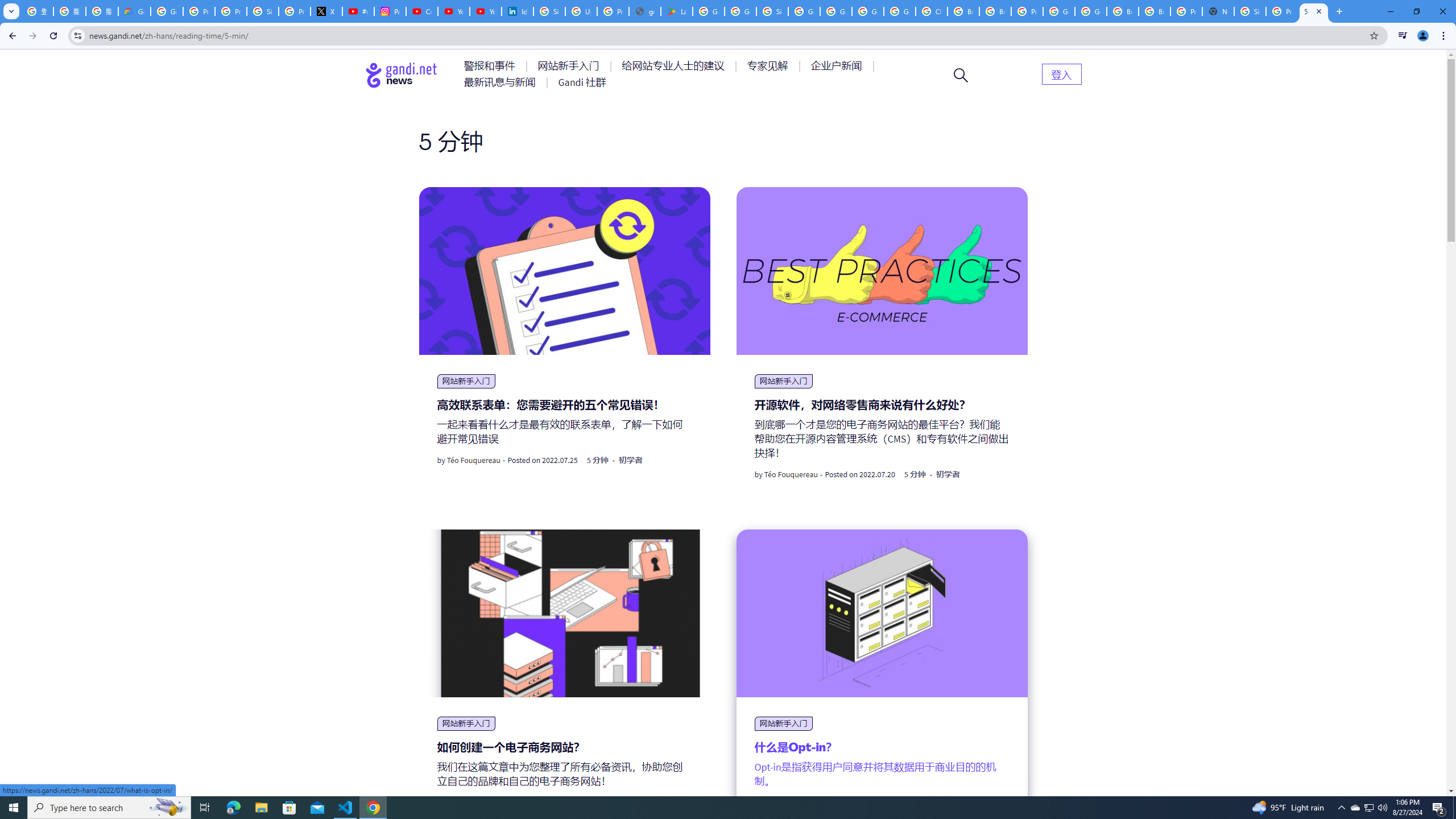 This screenshot has width=1456, height=819. What do you see at coordinates (676, 11) in the screenshot?
I see `'Last Shelter: Survival - Apps on Google Play'` at bounding box center [676, 11].